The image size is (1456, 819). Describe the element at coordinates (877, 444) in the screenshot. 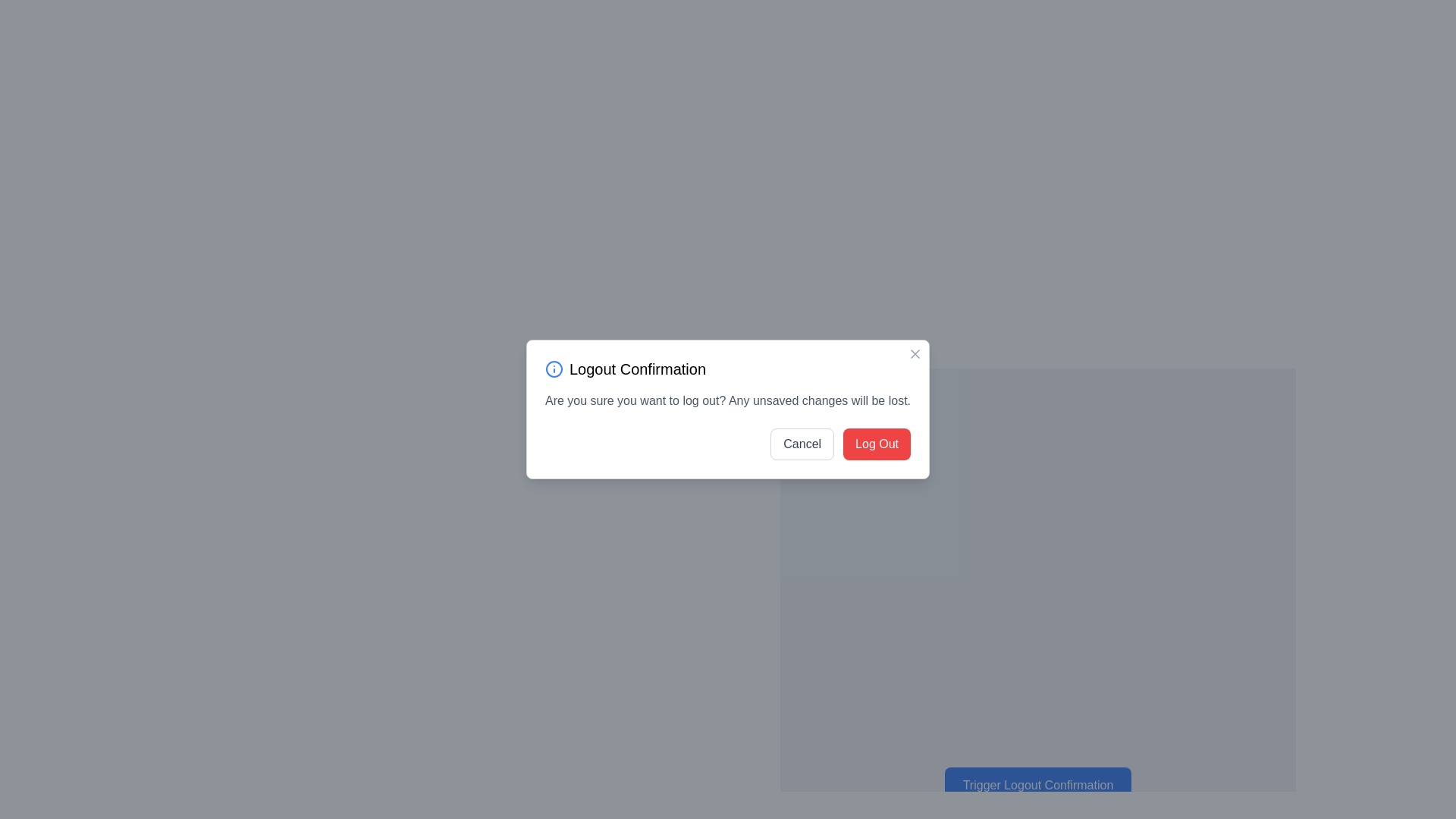

I see `the 'Log Out' button with a red background and white bold text in the 'Logout Confirmation' modal to confirm logout` at that location.